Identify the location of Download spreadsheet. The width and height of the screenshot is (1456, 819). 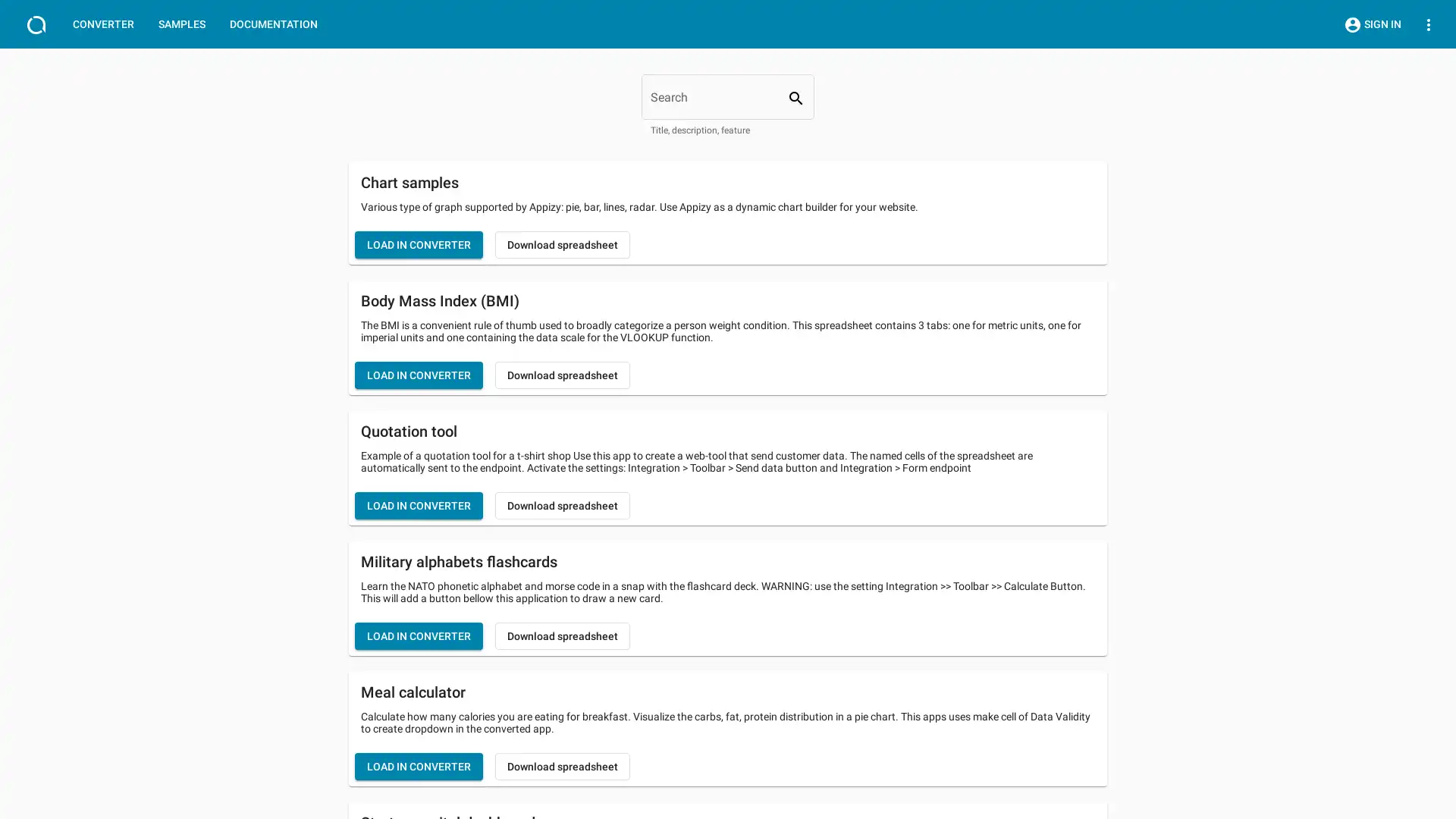
(562, 506).